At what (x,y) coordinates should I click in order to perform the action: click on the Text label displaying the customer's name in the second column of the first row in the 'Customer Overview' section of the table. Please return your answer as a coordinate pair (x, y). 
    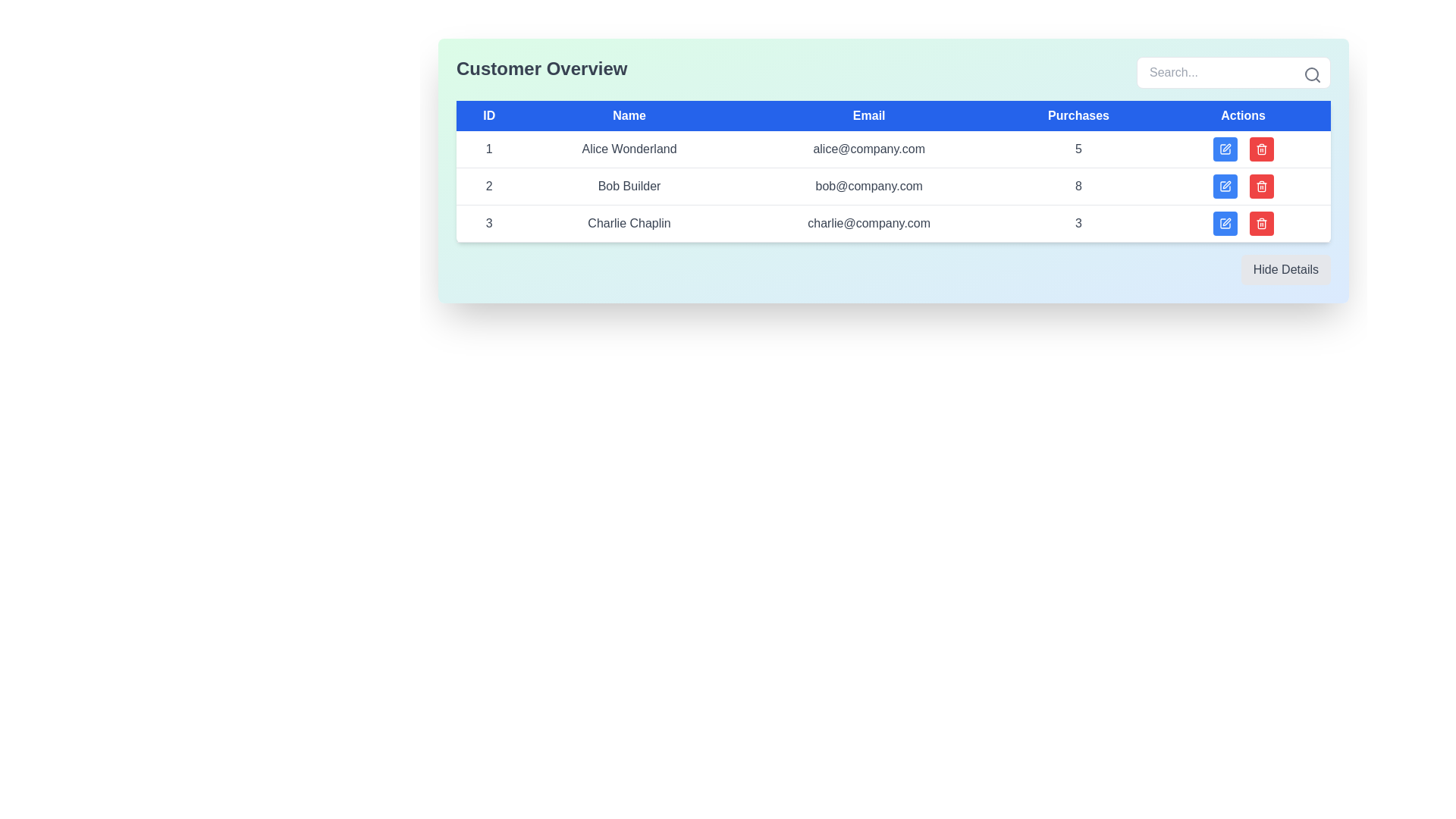
    Looking at the image, I should click on (629, 149).